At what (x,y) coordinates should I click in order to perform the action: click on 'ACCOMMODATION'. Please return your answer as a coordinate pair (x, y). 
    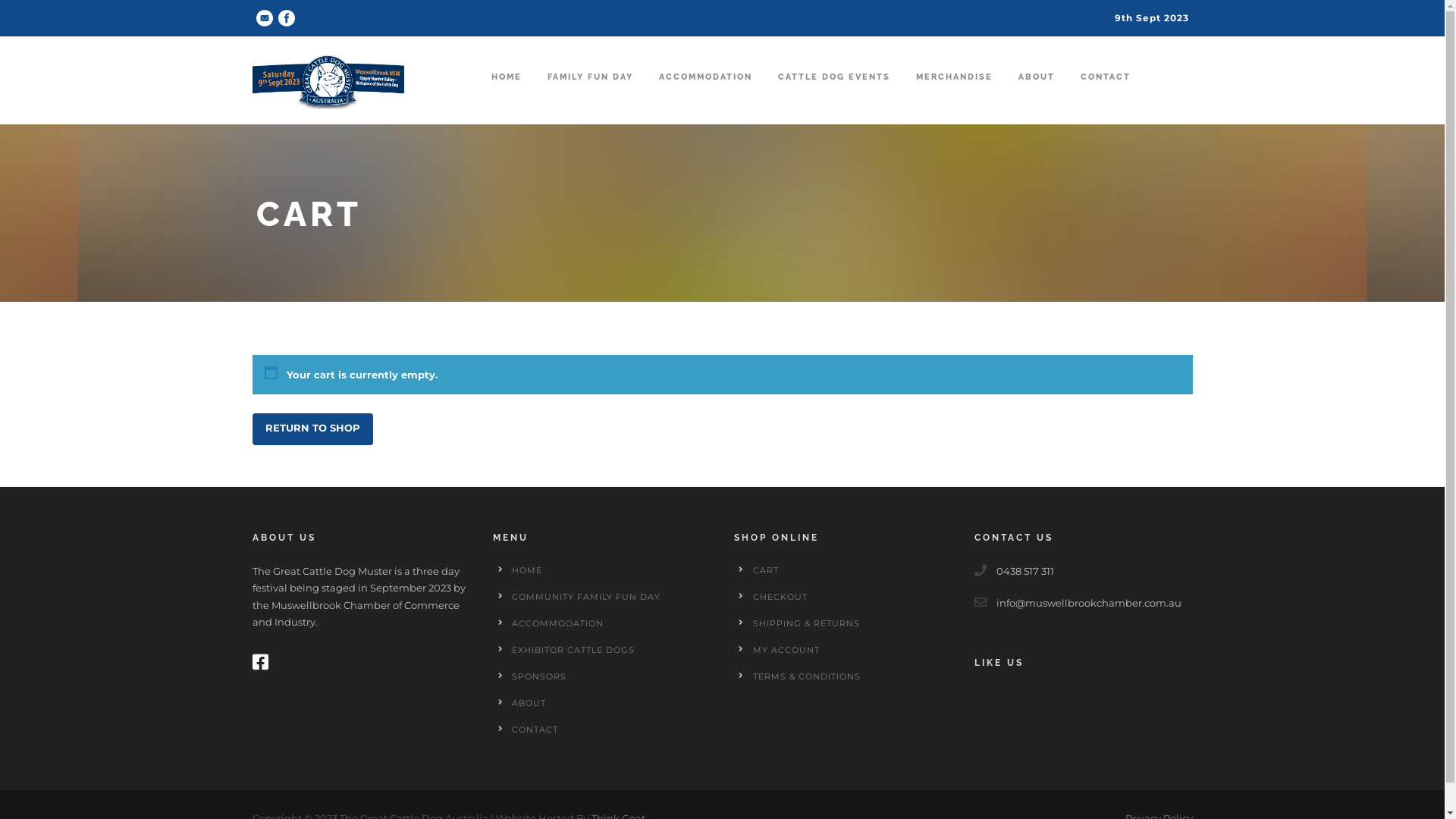
    Looking at the image, I should click on (704, 92).